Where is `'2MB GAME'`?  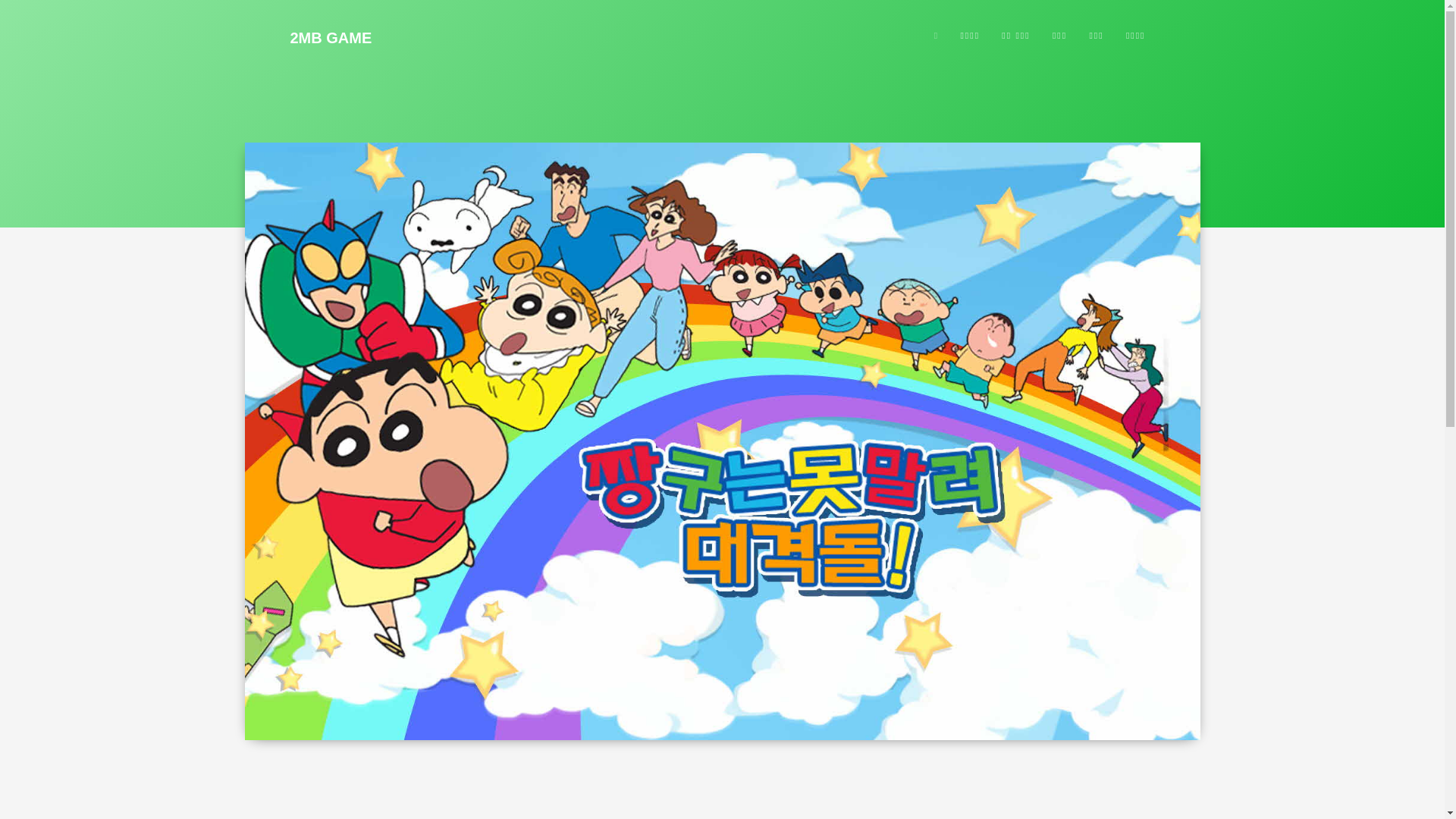
'2MB GAME' is located at coordinates (330, 37).